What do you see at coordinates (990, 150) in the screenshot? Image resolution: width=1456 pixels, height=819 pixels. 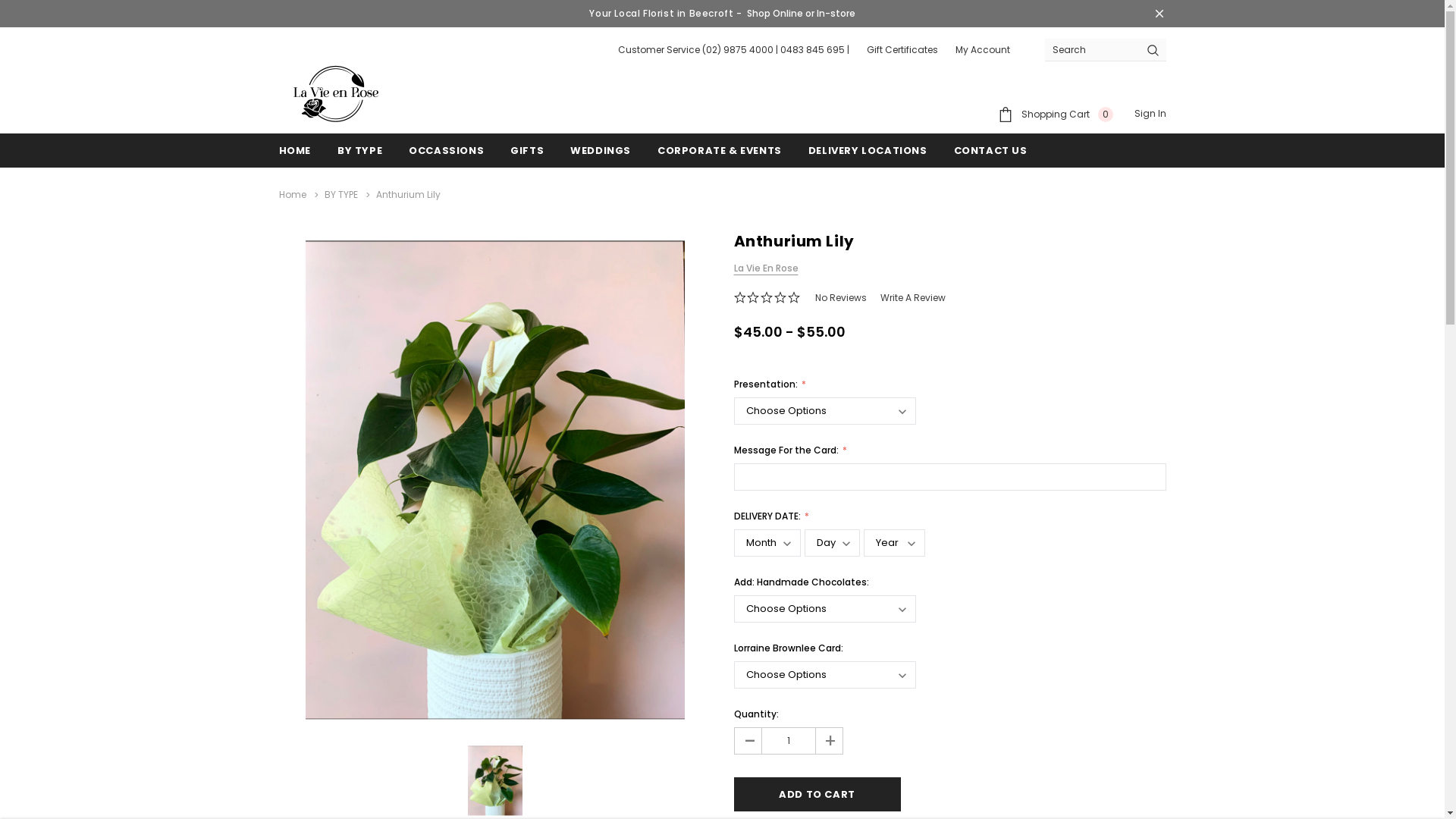 I see `'CONTACT US'` at bounding box center [990, 150].